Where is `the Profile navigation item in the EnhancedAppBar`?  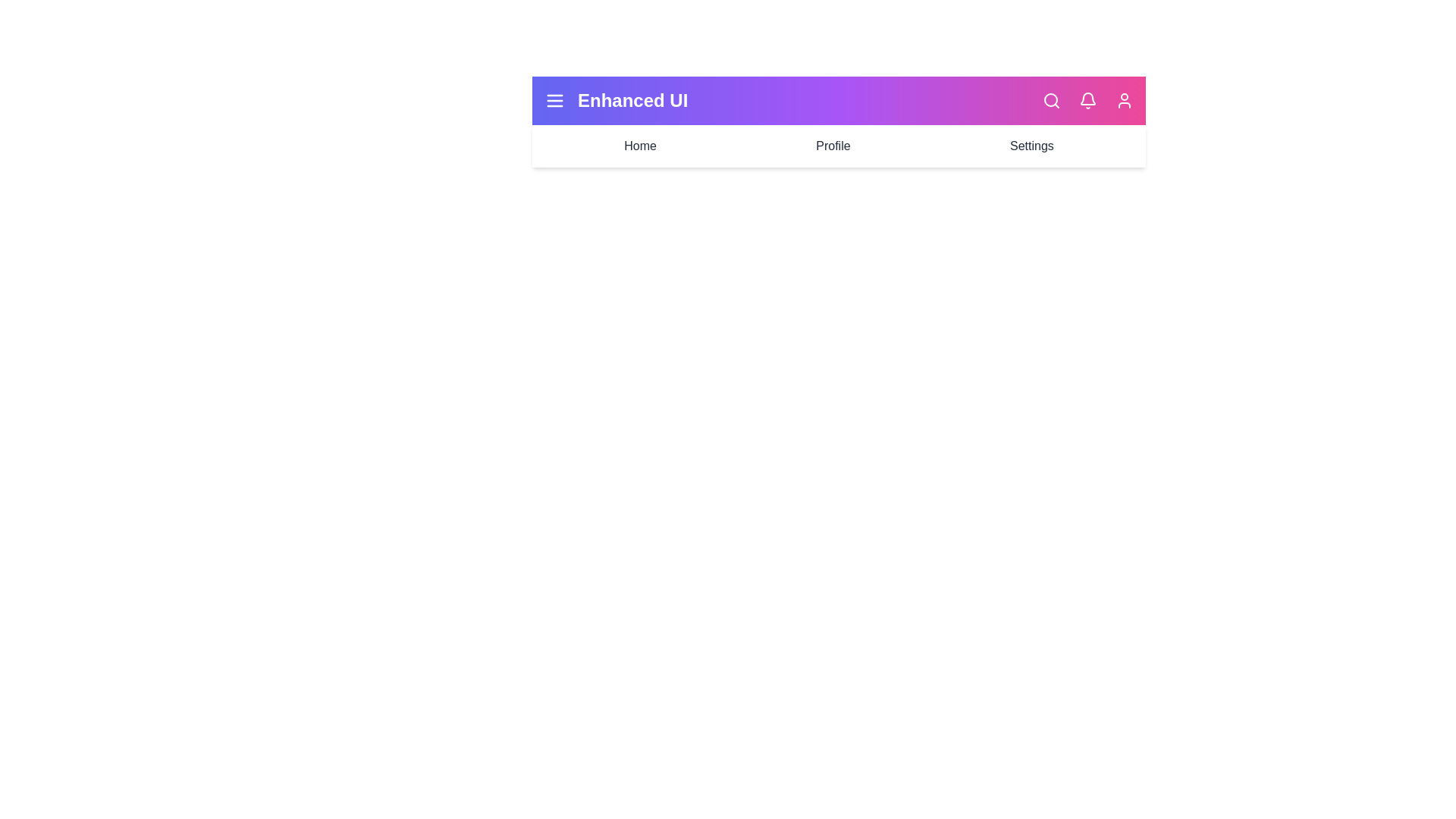
the Profile navigation item in the EnhancedAppBar is located at coordinates (833, 146).